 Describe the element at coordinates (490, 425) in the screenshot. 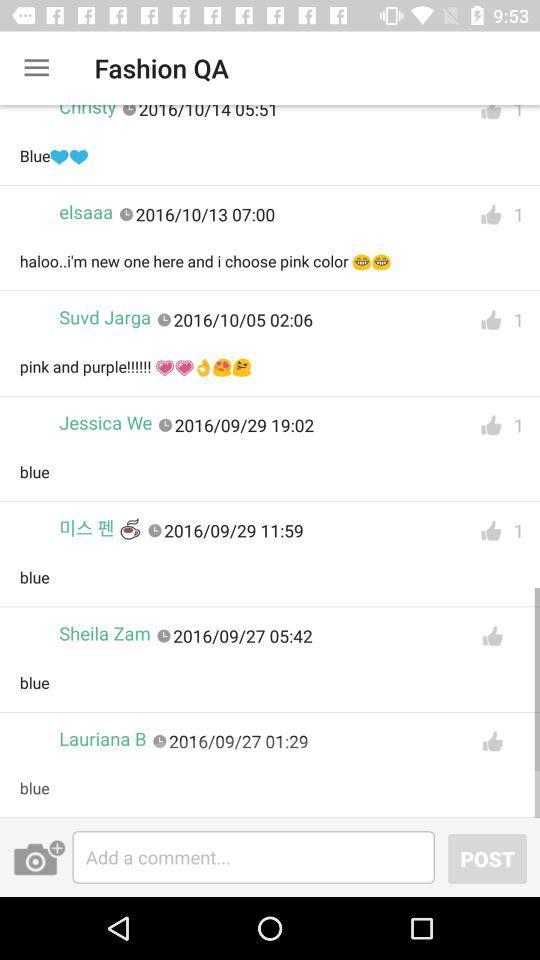

I see `like comment` at that location.